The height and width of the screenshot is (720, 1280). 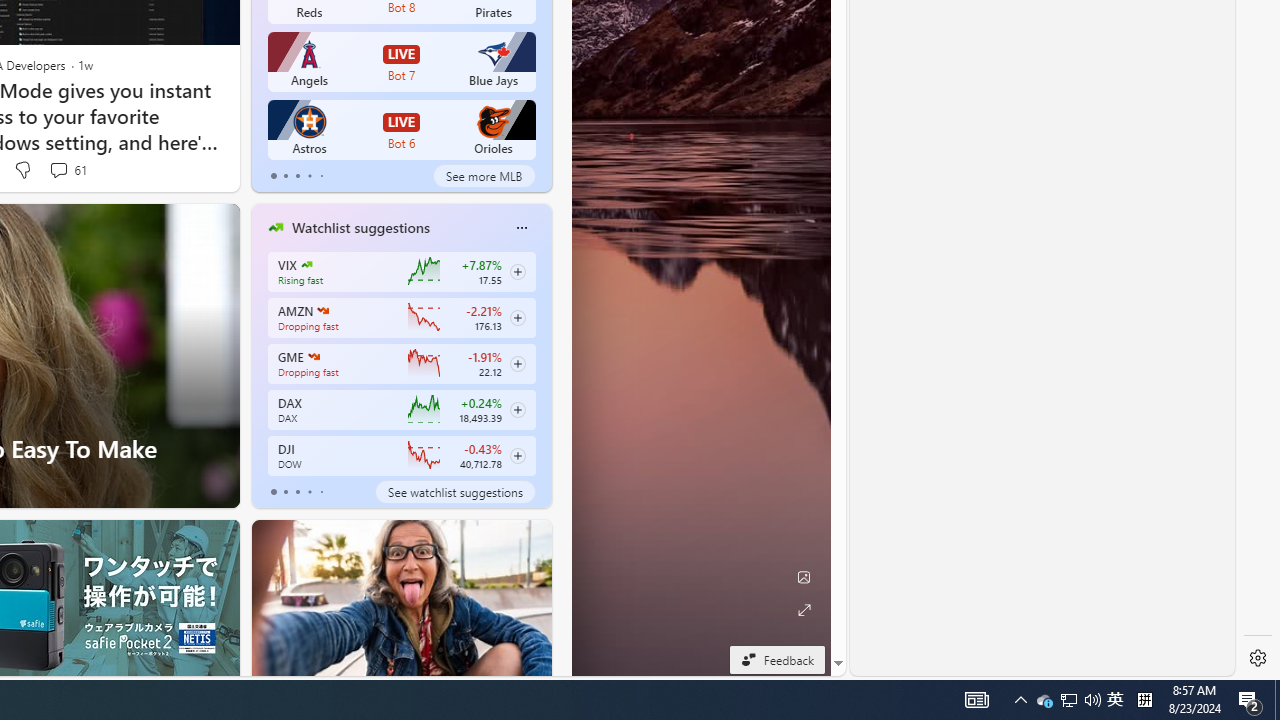 What do you see at coordinates (312, 356) in the screenshot?
I see `'GAMESTOP CORP.'` at bounding box center [312, 356].